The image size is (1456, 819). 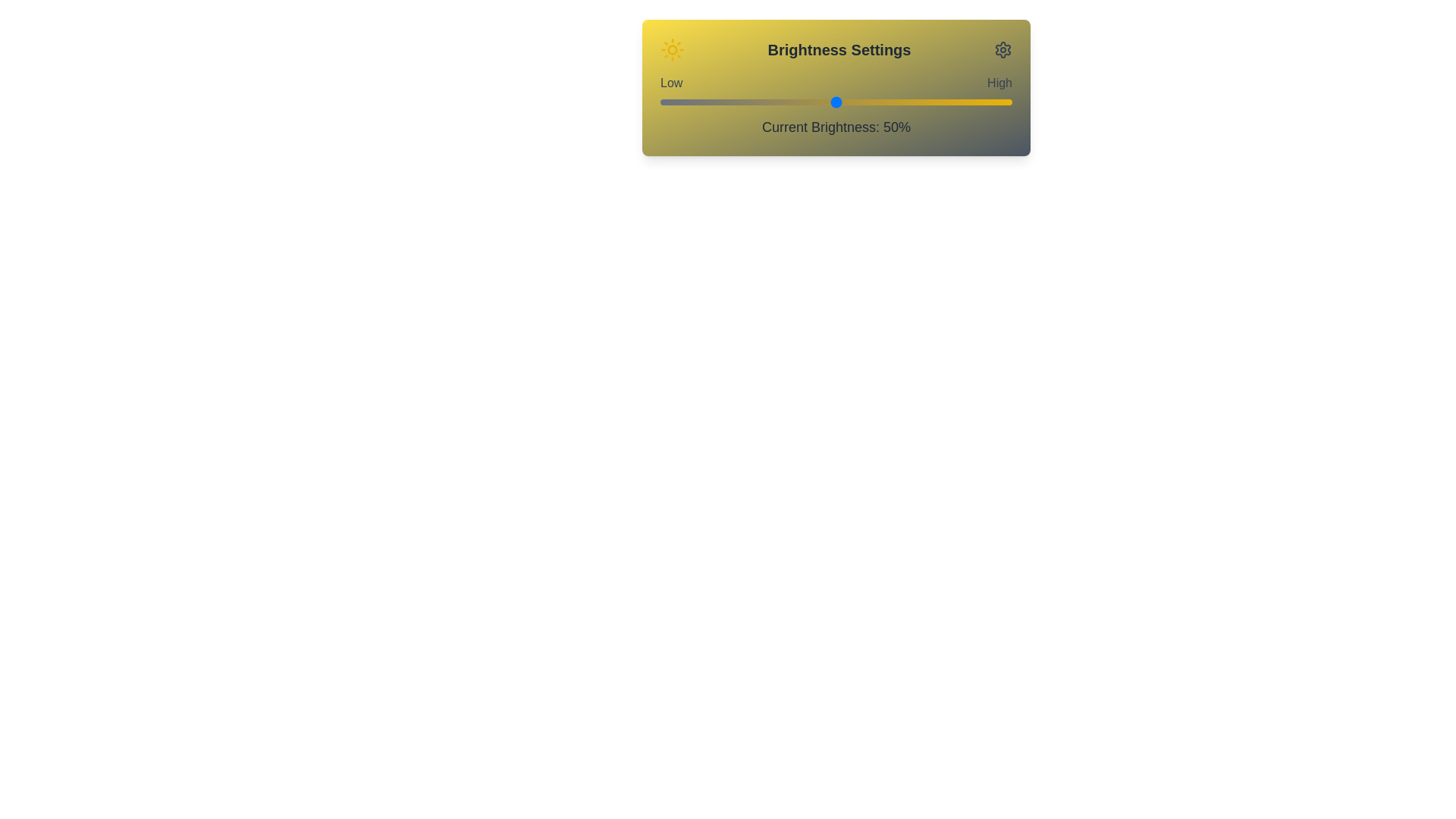 I want to click on settings icon to toggle the visibility of the settings panel, so click(x=1002, y=49).